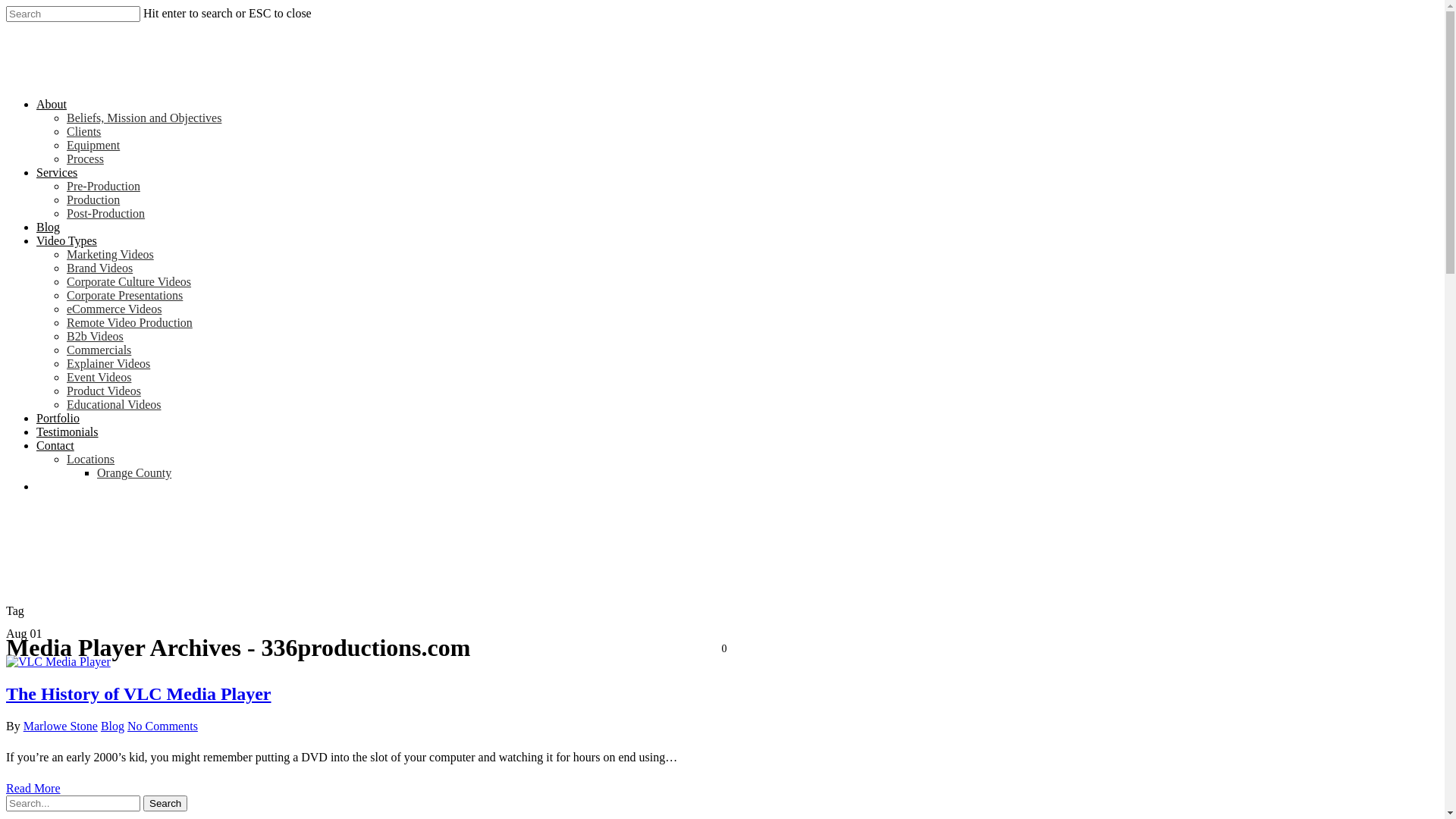  What do you see at coordinates (113, 308) in the screenshot?
I see `'eCommerce Videos'` at bounding box center [113, 308].